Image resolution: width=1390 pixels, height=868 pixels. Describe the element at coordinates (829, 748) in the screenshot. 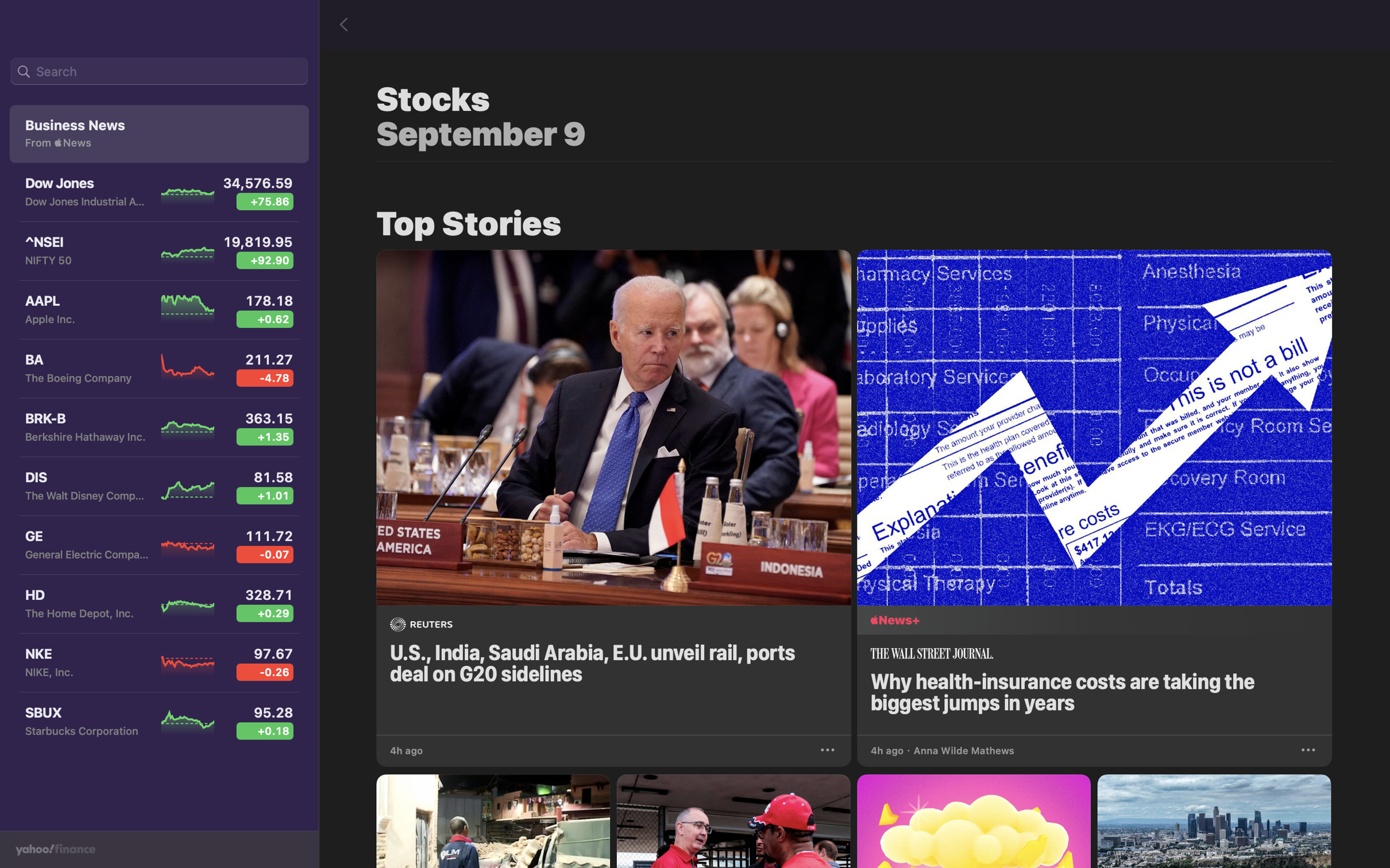

I see `Save the G20 news` at that location.